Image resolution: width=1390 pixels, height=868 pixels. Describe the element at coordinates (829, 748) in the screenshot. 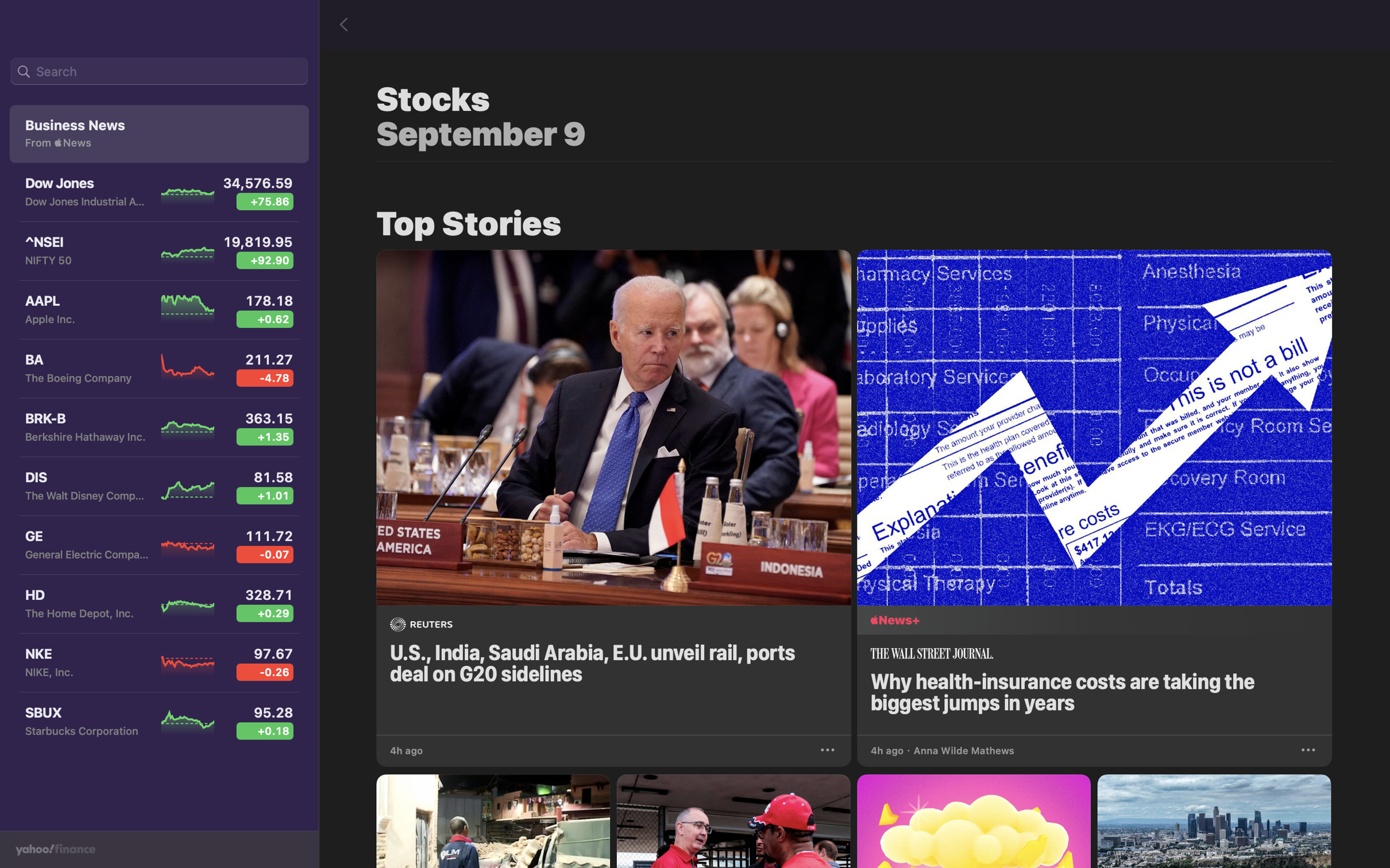

I see `Save the G20 news` at that location.